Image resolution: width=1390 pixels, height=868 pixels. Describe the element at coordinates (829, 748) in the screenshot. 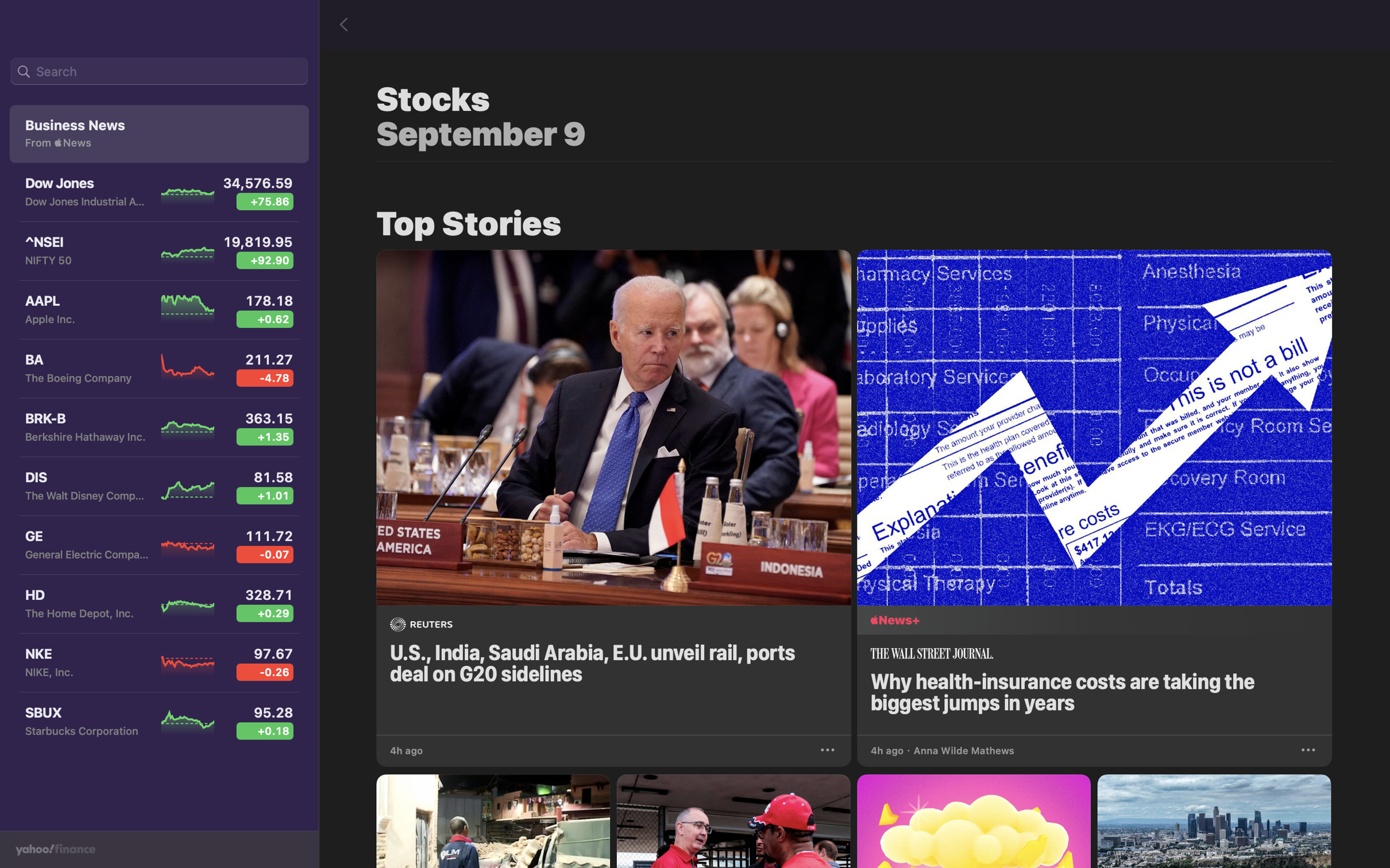

I see `Save the G20 news` at that location.